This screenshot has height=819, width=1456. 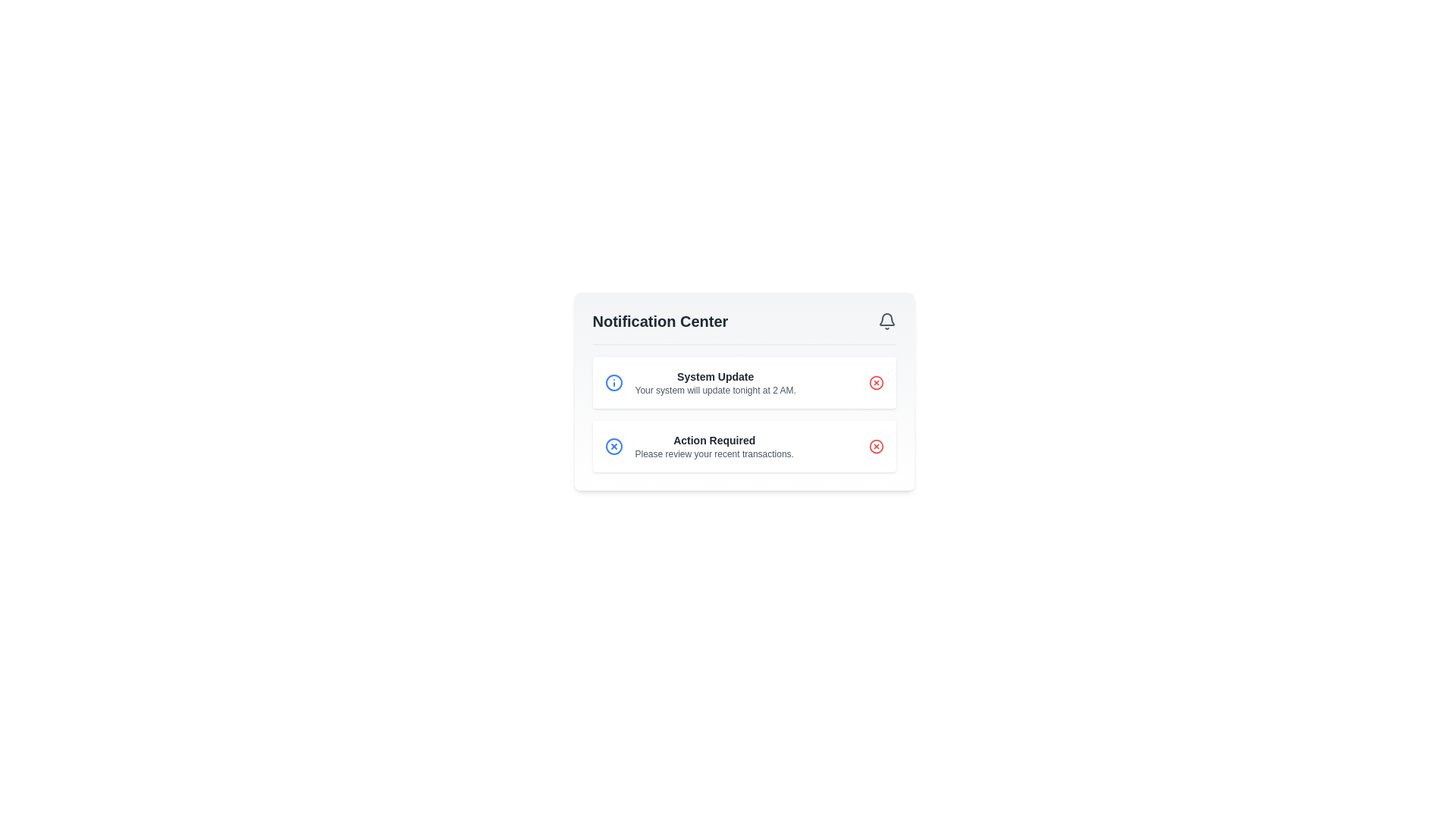 What do you see at coordinates (714, 446) in the screenshot?
I see `the Text element displaying 'Action Required' in the Notification Center card, which provides a subtext 'Please review your recent transactions.'` at bounding box center [714, 446].